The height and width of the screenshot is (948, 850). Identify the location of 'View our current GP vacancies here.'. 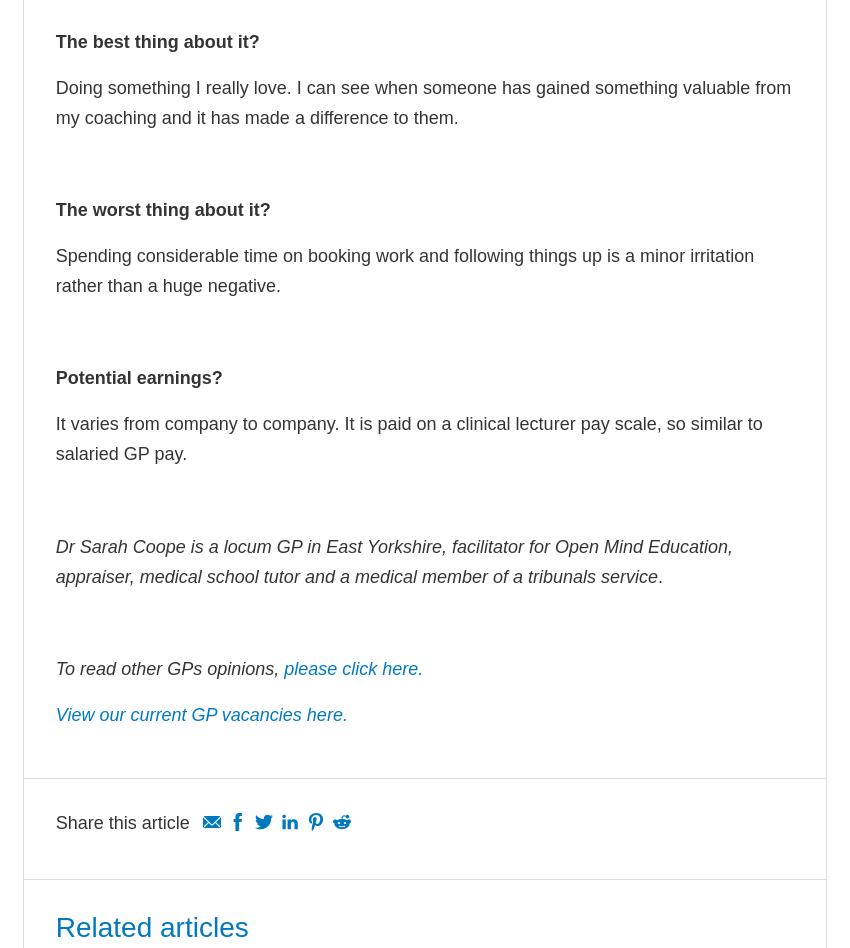
(200, 714).